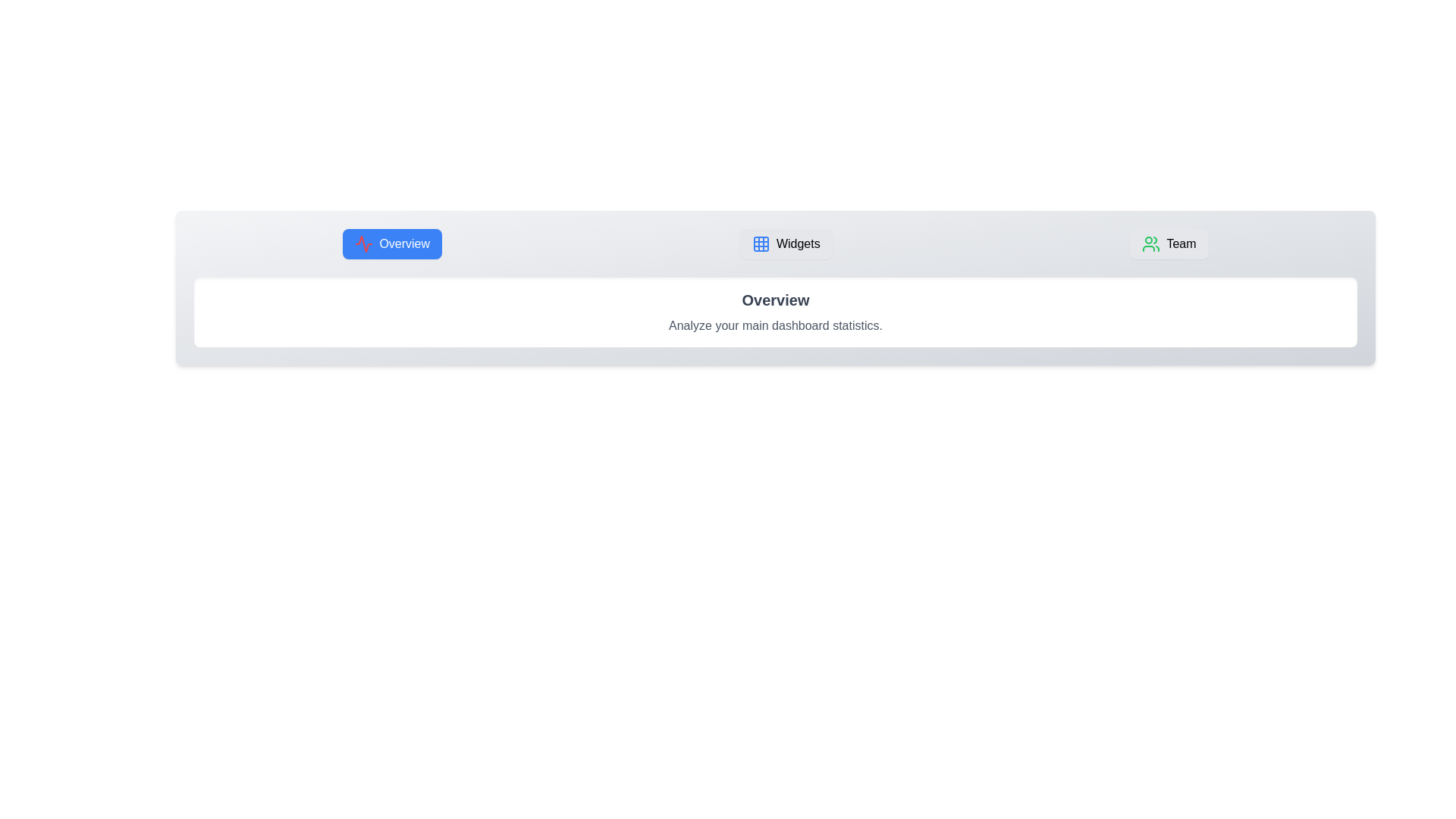  I want to click on the icon associated with the Overview tab to activate it, so click(364, 243).